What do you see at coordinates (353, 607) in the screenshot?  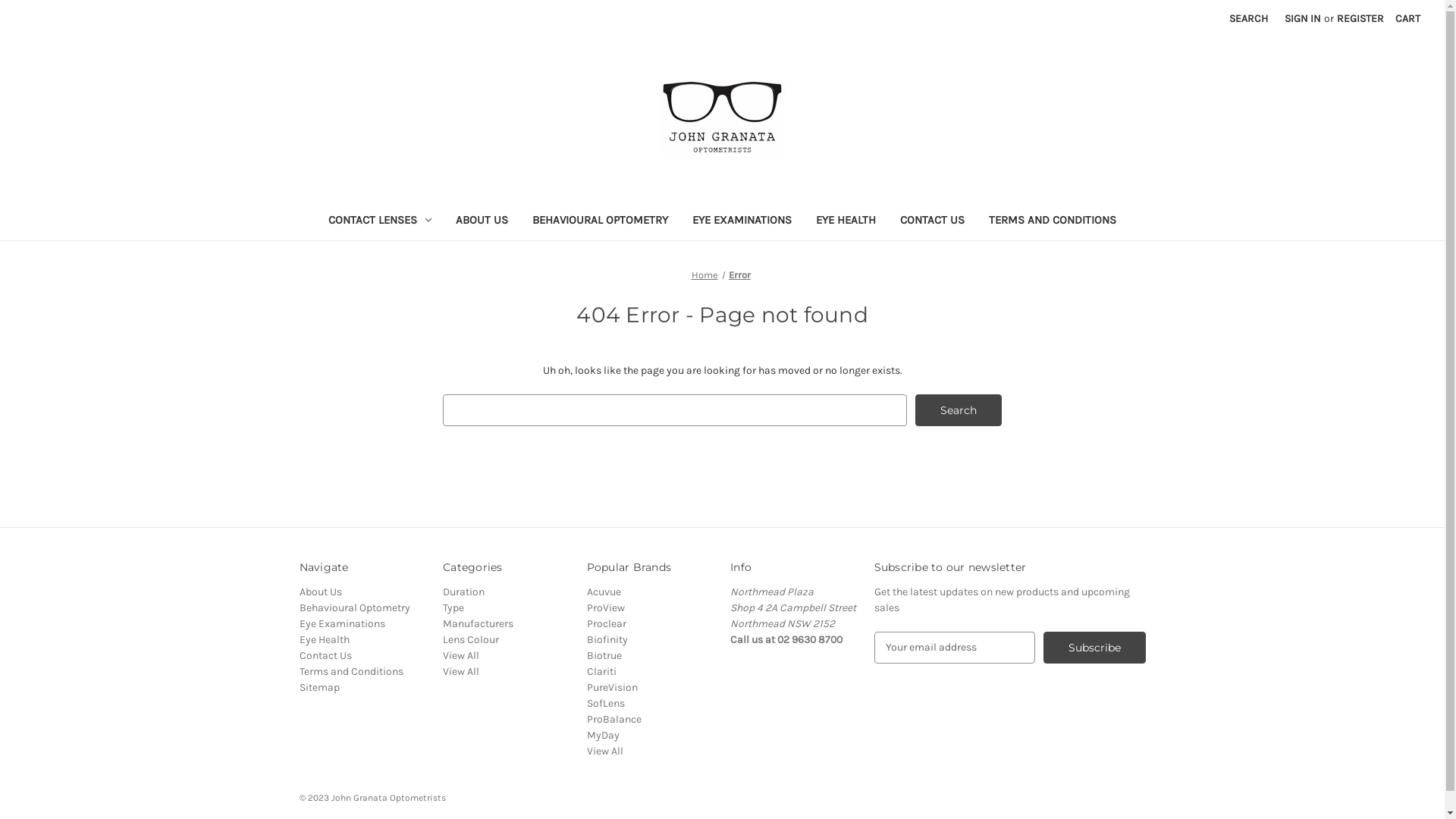 I see `'Behavioural Optometry'` at bounding box center [353, 607].